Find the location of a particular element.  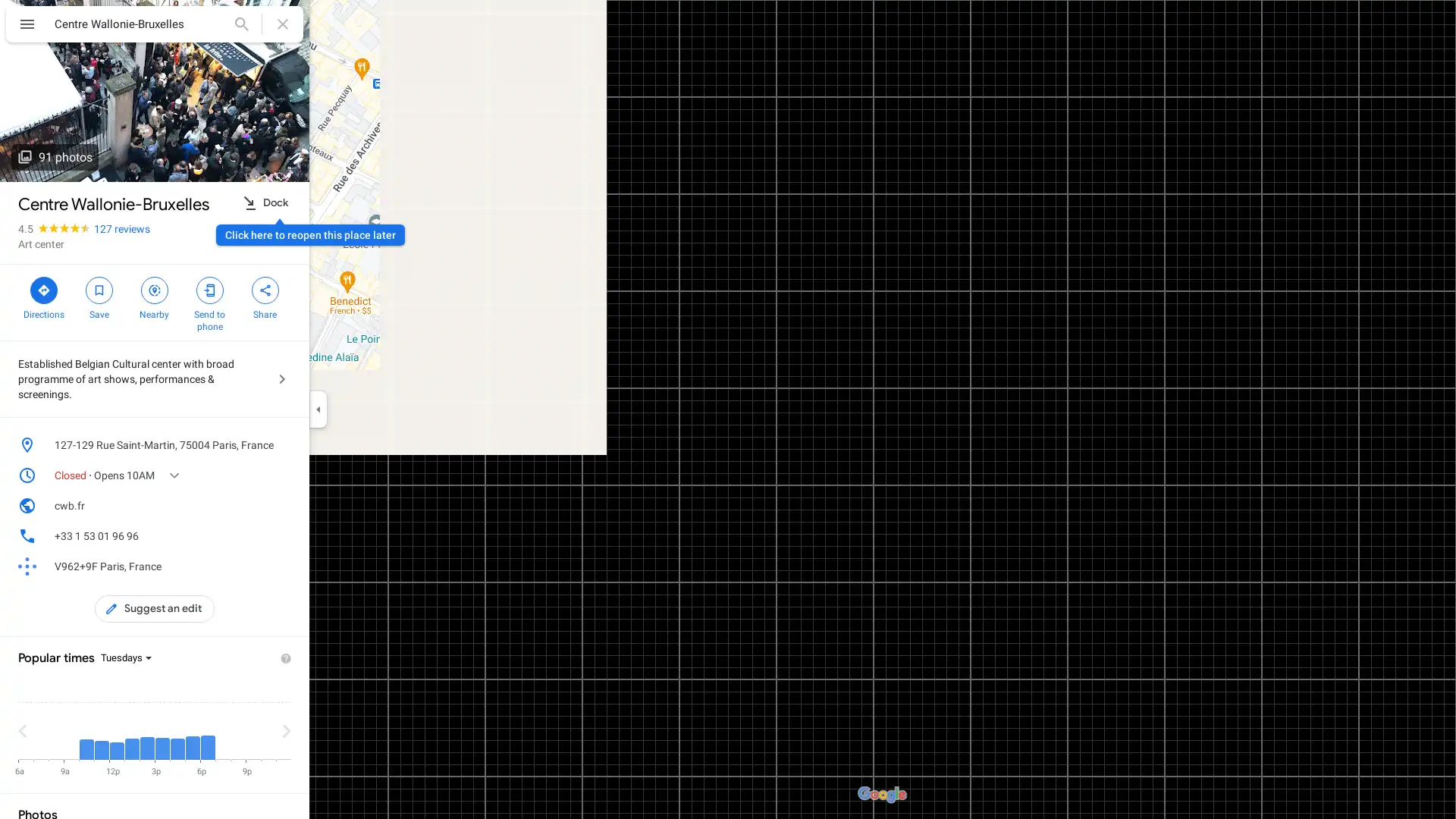

Information about Popular Times is located at coordinates (286, 657).